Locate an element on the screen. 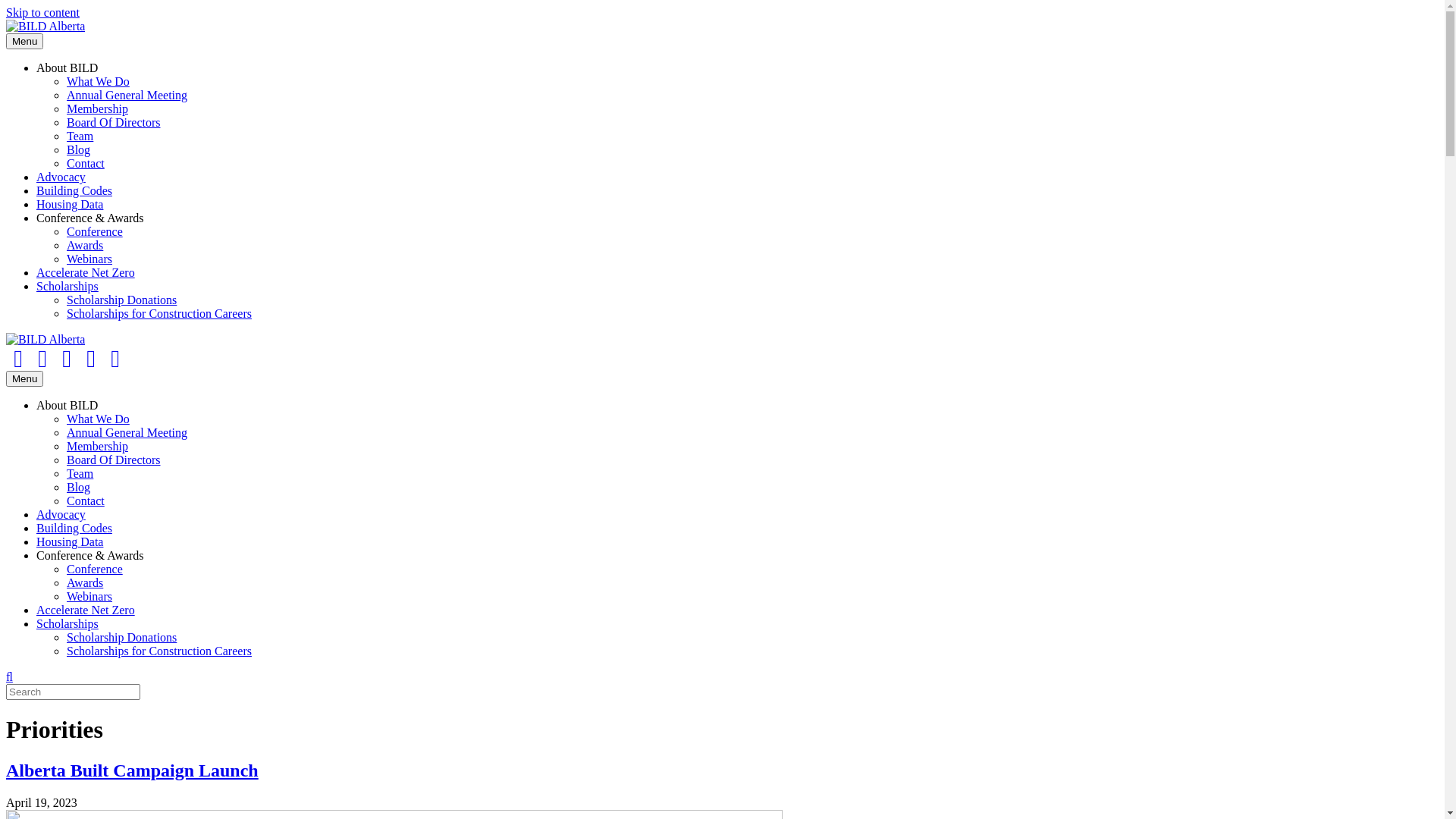 The image size is (1456, 819). 'Advocacy' is located at coordinates (61, 513).